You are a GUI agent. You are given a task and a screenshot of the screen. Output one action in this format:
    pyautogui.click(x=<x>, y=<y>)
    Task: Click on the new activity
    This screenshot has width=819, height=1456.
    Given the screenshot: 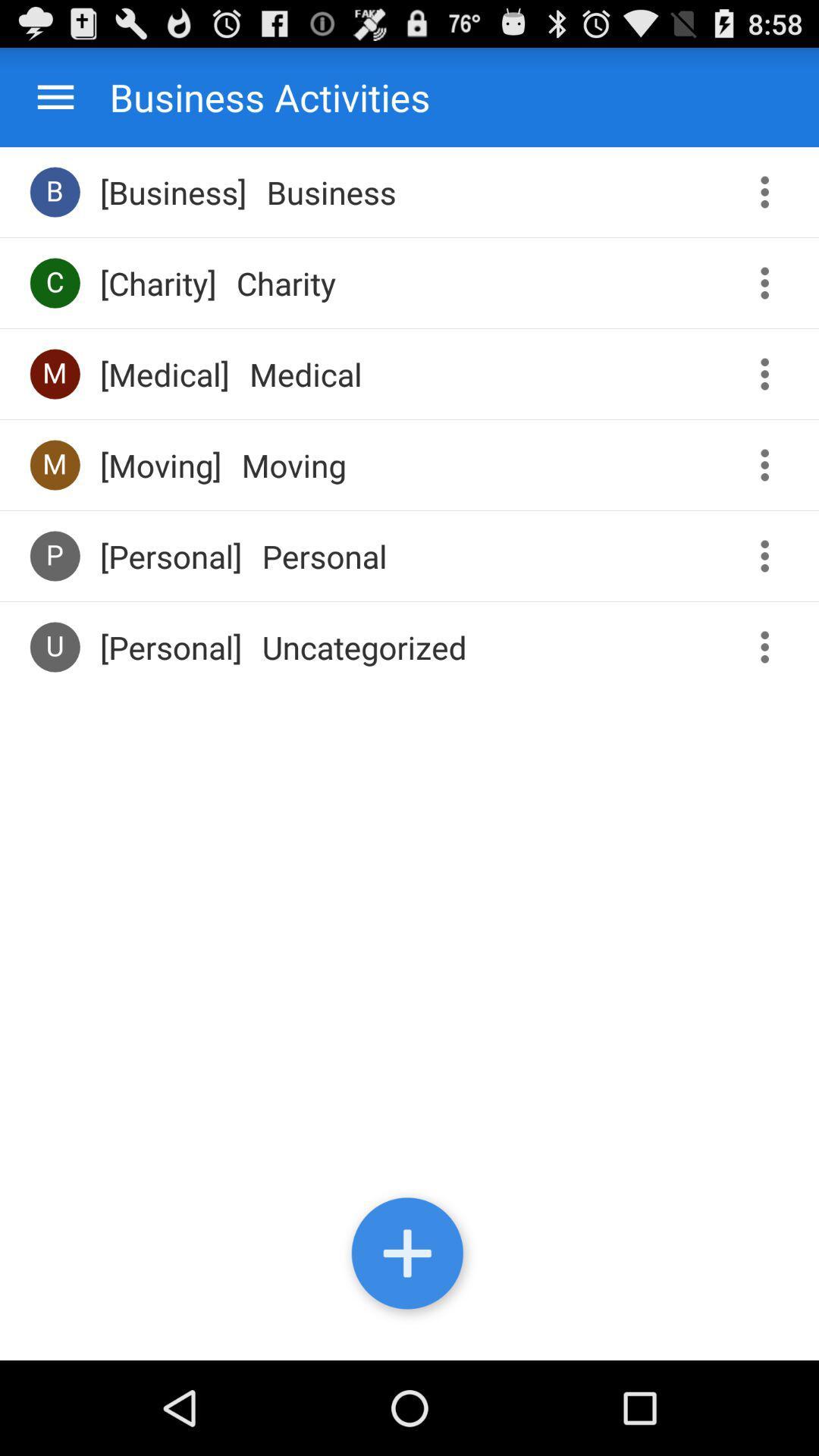 What is the action you would take?
    pyautogui.click(x=409, y=1257)
    